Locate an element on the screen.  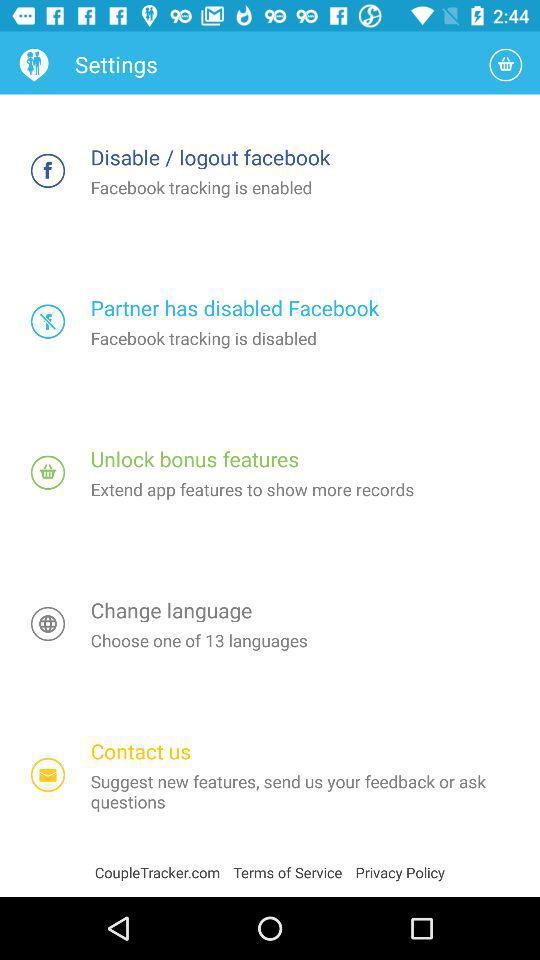
app next to privacy policy icon is located at coordinates (293, 871).